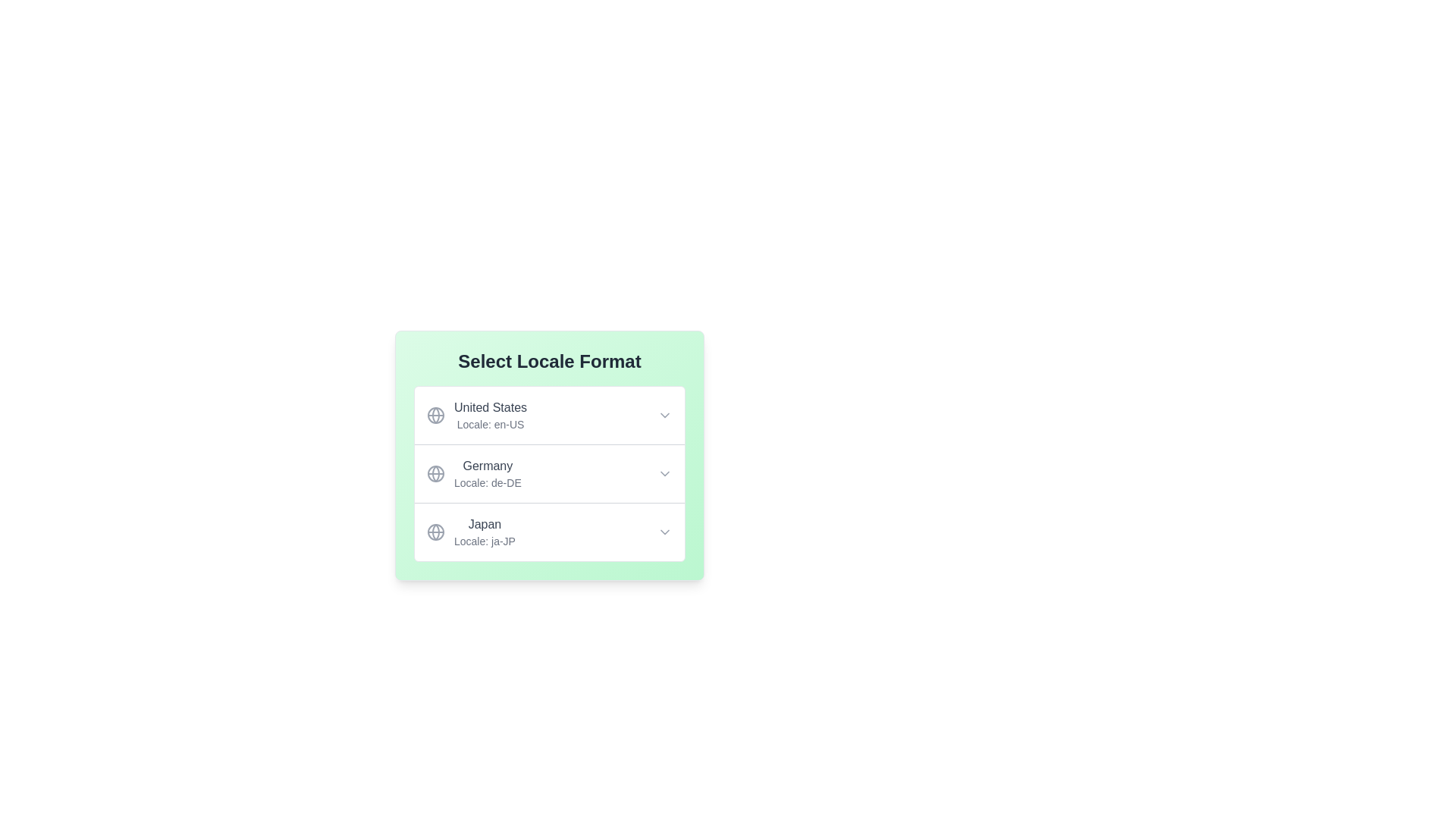 This screenshot has height=819, width=1456. What do you see at coordinates (548, 415) in the screenshot?
I see `the first list item displaying 'United States' with the subtitle 'Locale: en-US'` at bounding box center [548, 415].